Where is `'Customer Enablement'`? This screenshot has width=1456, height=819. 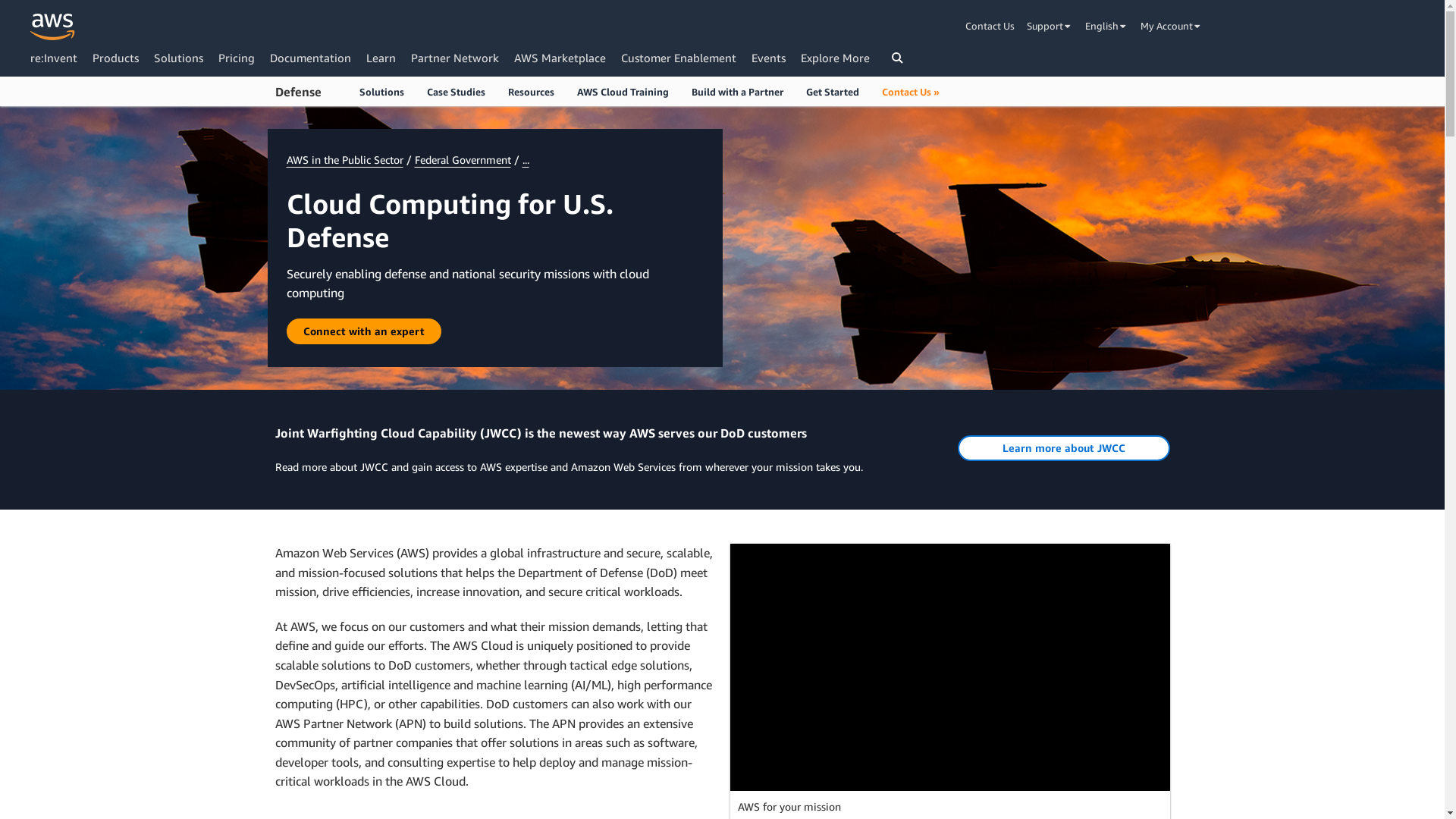 'Customer Enablement' is located at coordinates (677, 57).